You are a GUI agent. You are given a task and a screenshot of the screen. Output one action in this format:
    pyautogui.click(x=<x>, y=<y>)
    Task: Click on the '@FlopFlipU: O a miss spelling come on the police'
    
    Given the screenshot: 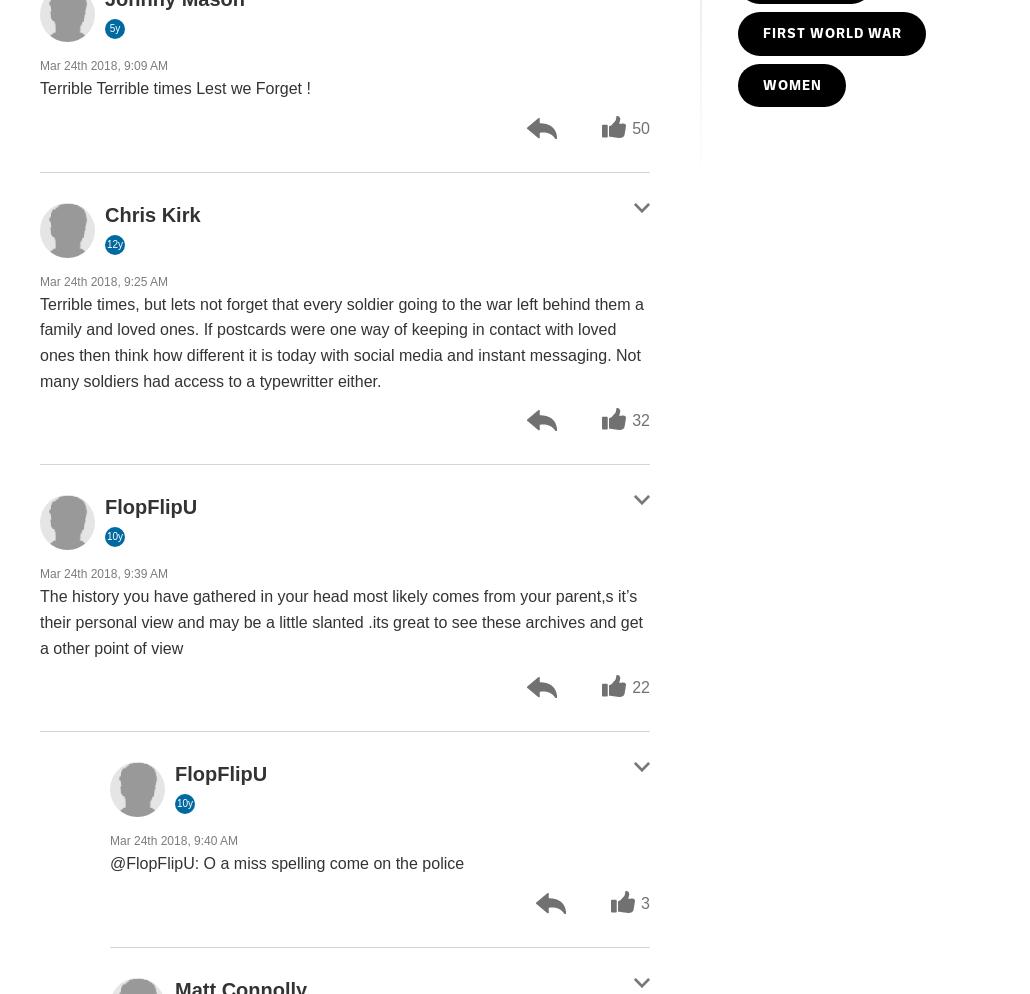 What is the action you would take?
    pyautogui.click(x=285, y=863)
    